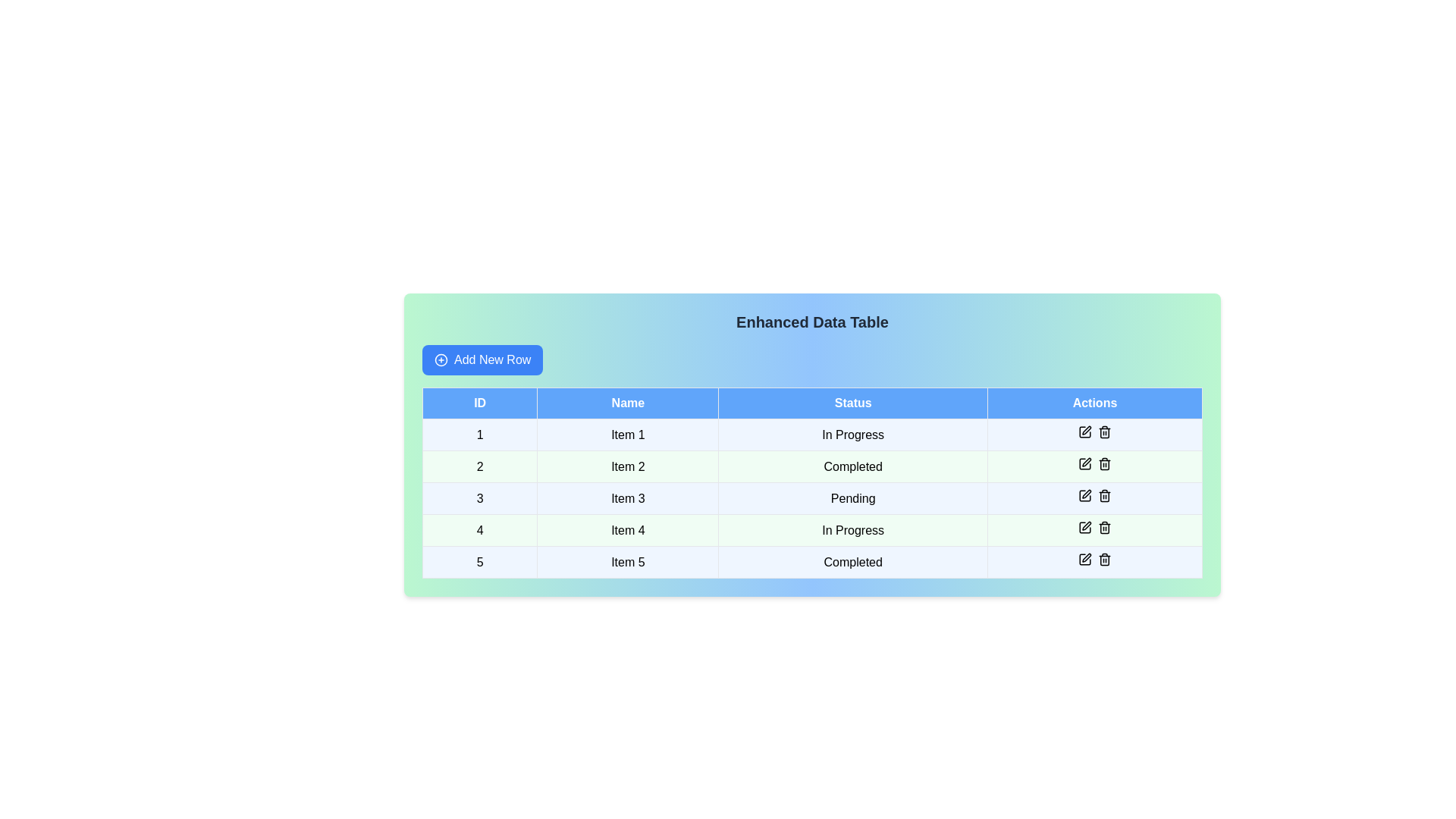 This screenshot has height=819, width=1456. I want to click on the small square SVG icon with a pen overlay located in the 'Actions' column of the third row, so click(1084, 496).